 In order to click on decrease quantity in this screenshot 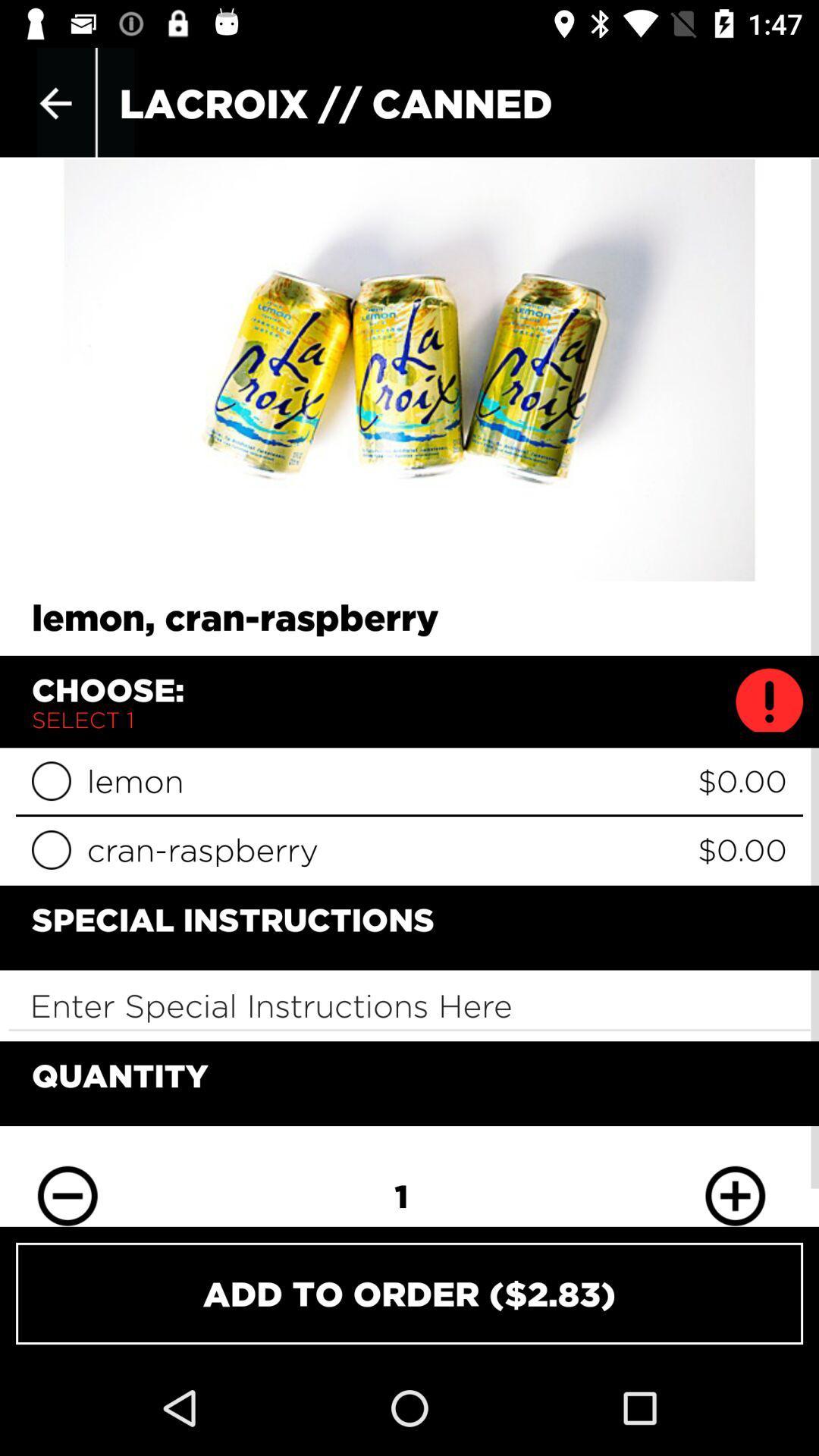, I will do `click(67, 1185)`.